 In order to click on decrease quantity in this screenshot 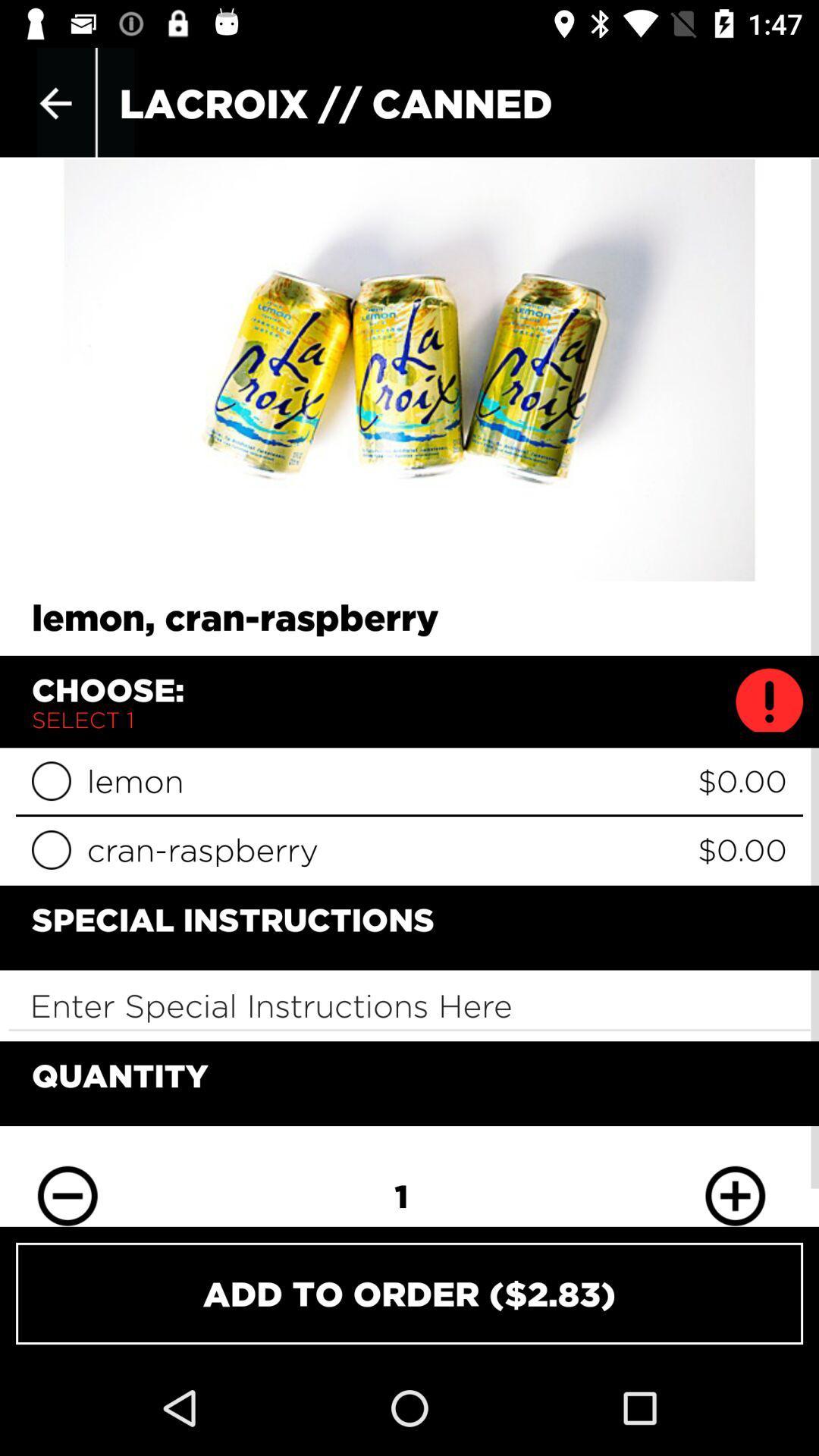, I will do `click(67, 1185)`.